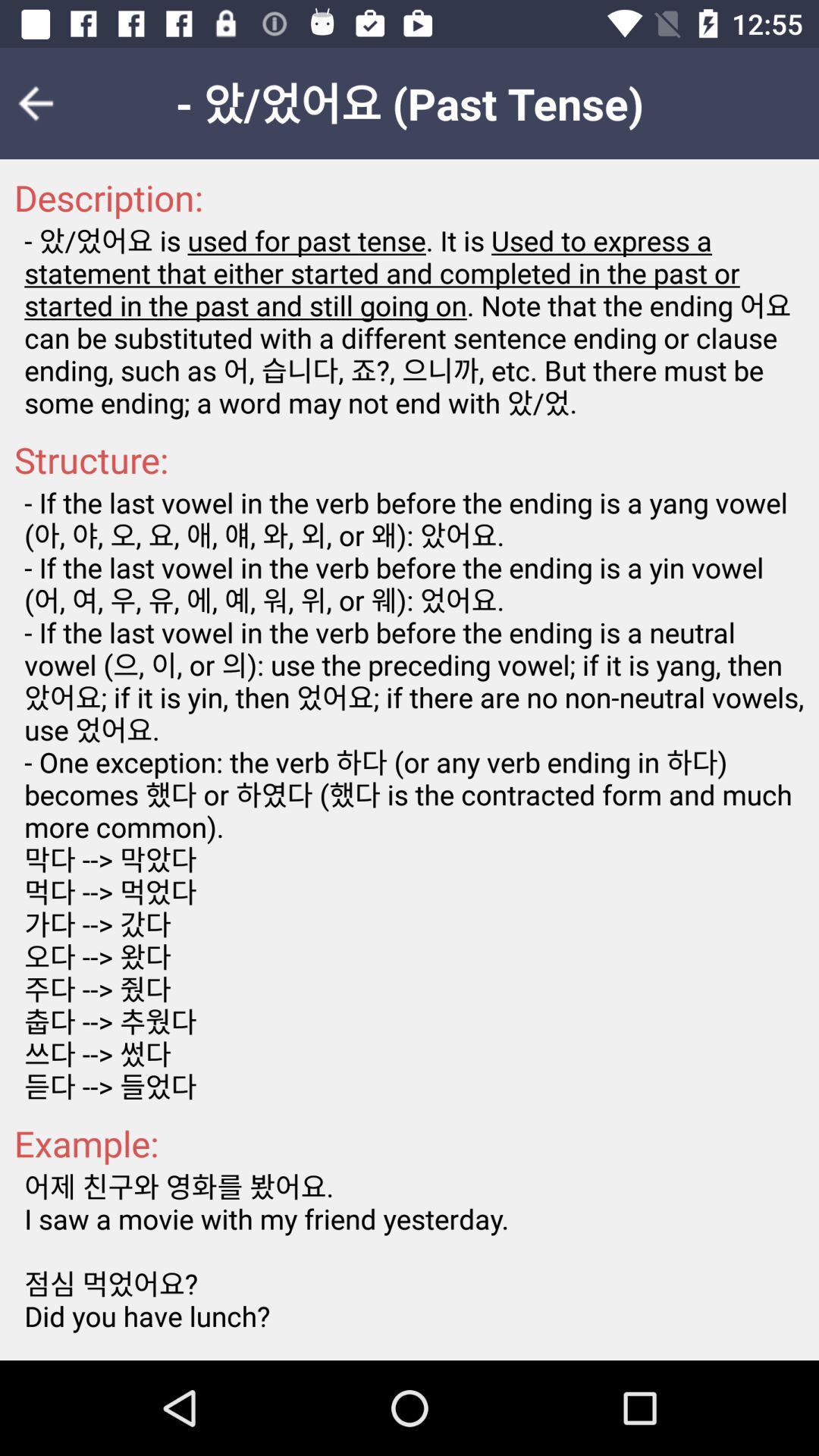 This screenshot has height=1456, width=819. What do you see at coordinates (45, 102) in the screenshot?
I see `the arrow_backward icon` at bounding box center [45, 102].